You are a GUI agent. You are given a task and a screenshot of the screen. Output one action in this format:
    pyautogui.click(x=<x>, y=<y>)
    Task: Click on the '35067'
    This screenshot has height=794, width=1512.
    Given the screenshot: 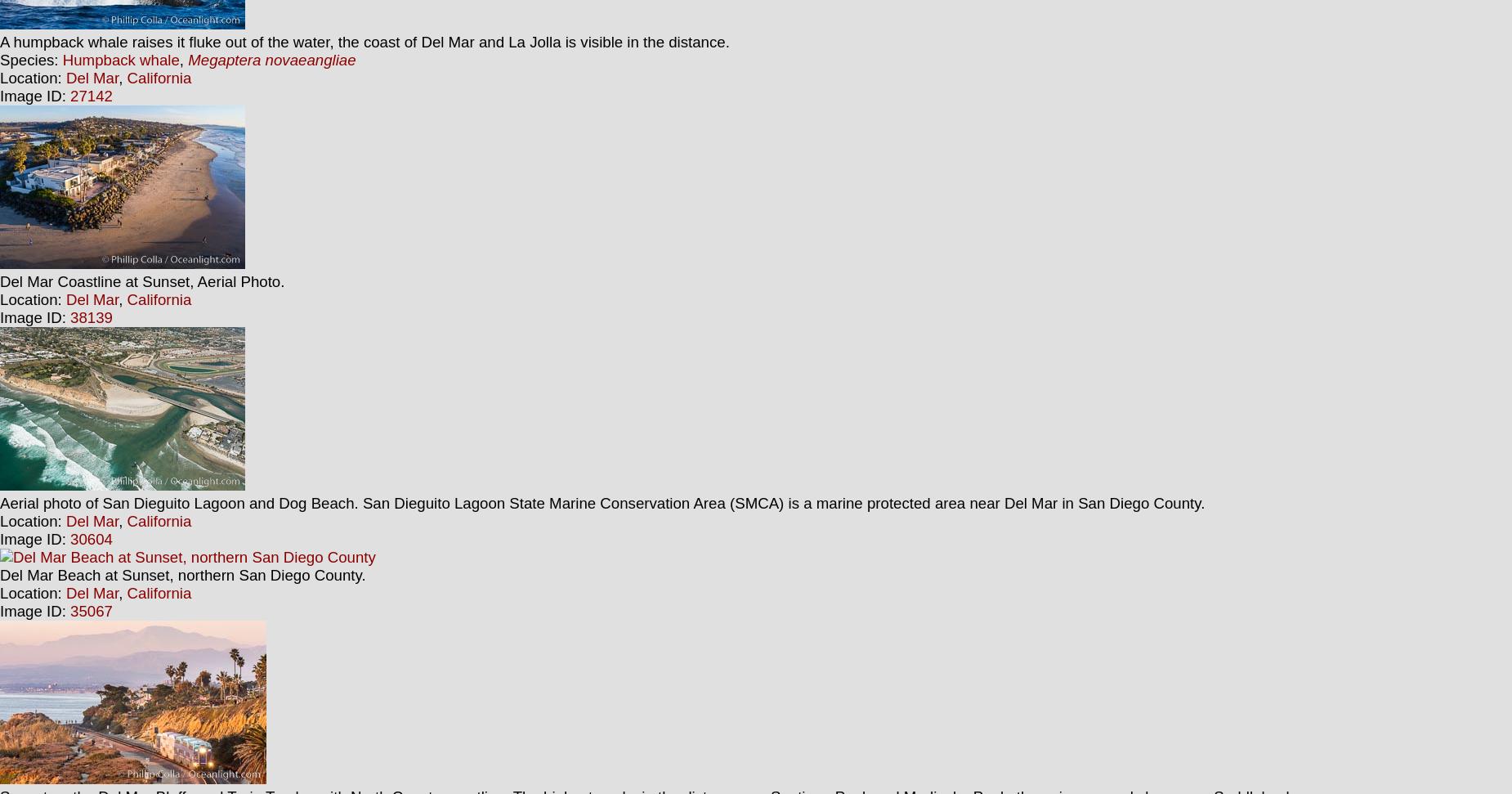 What is the action you would take?
    pyautogui.click(x=90, y=610)
    